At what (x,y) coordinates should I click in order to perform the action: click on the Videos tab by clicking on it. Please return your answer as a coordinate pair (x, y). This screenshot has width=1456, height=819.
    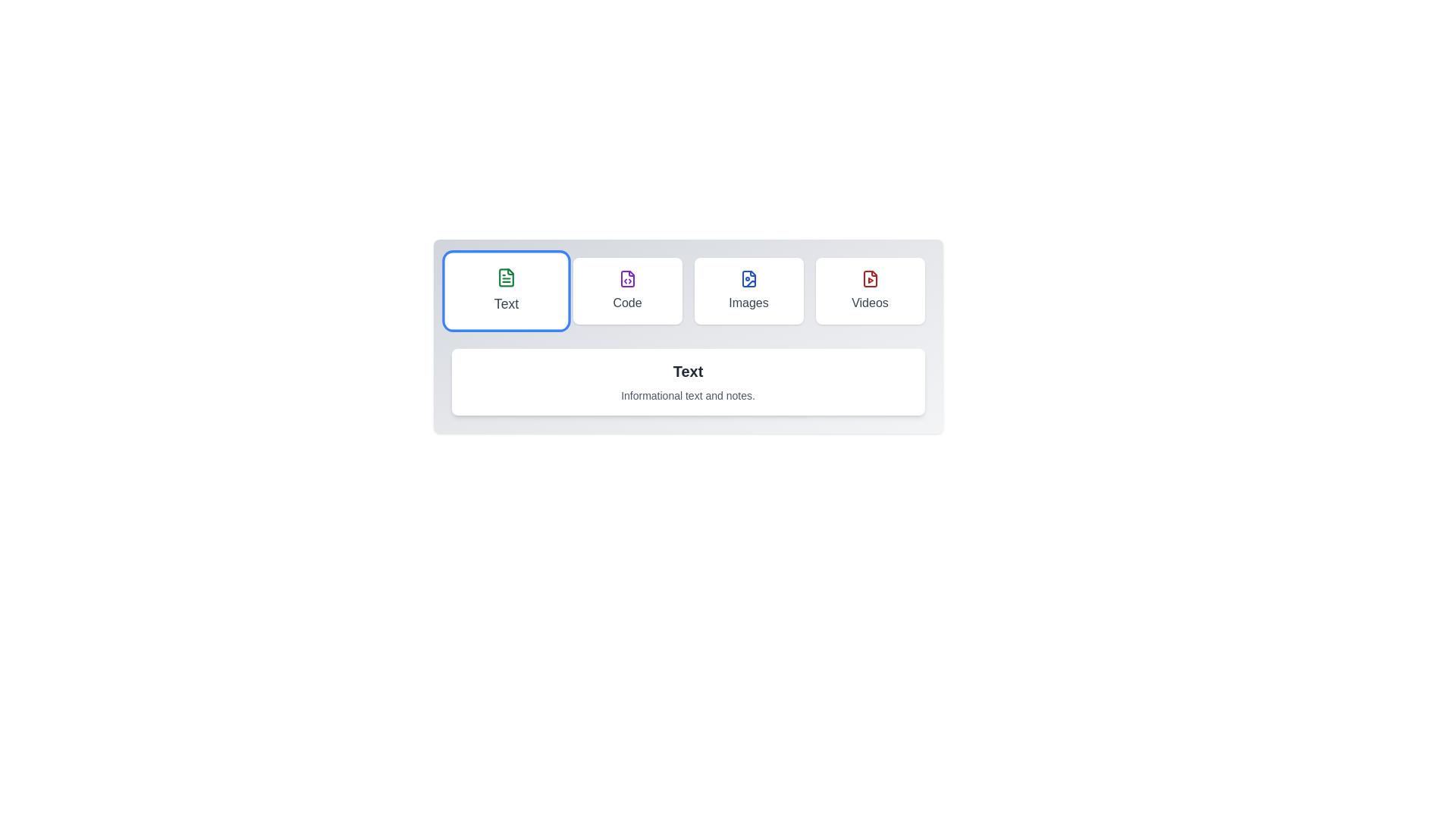
    Looking at the image, I should click on (870, 291).